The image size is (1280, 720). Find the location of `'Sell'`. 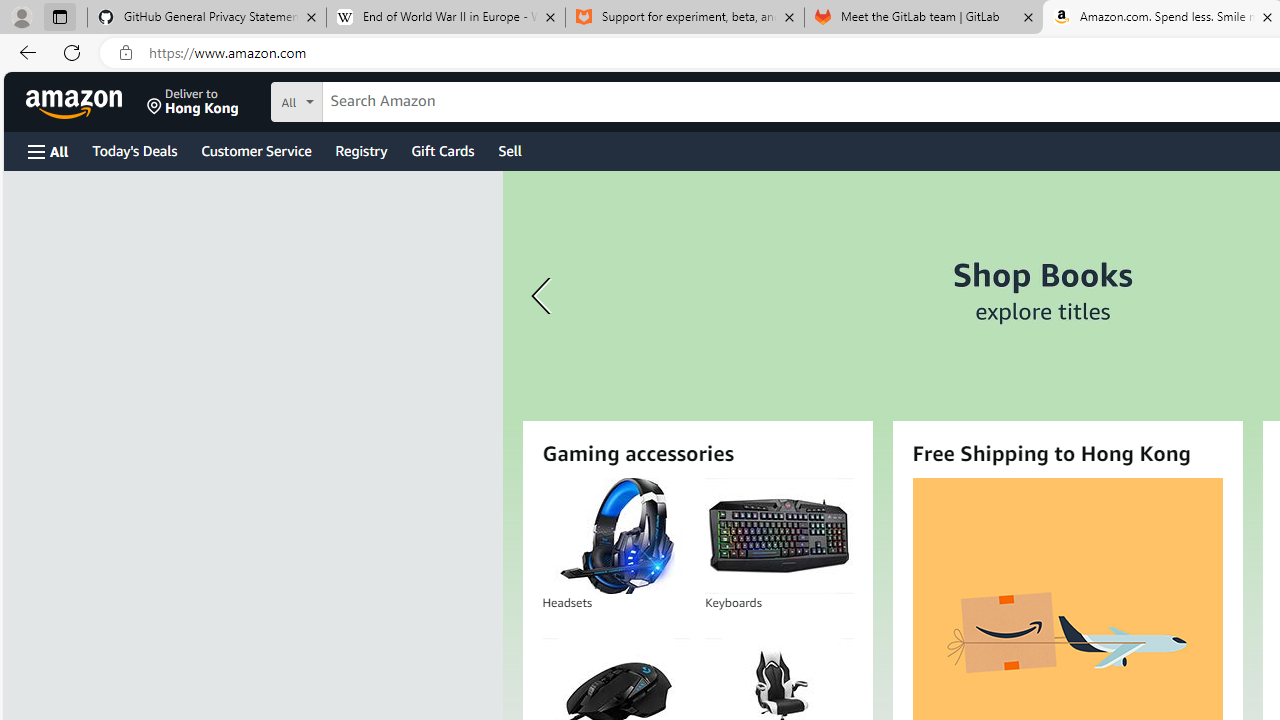

'Sell' is located at coordinates (510, 149).